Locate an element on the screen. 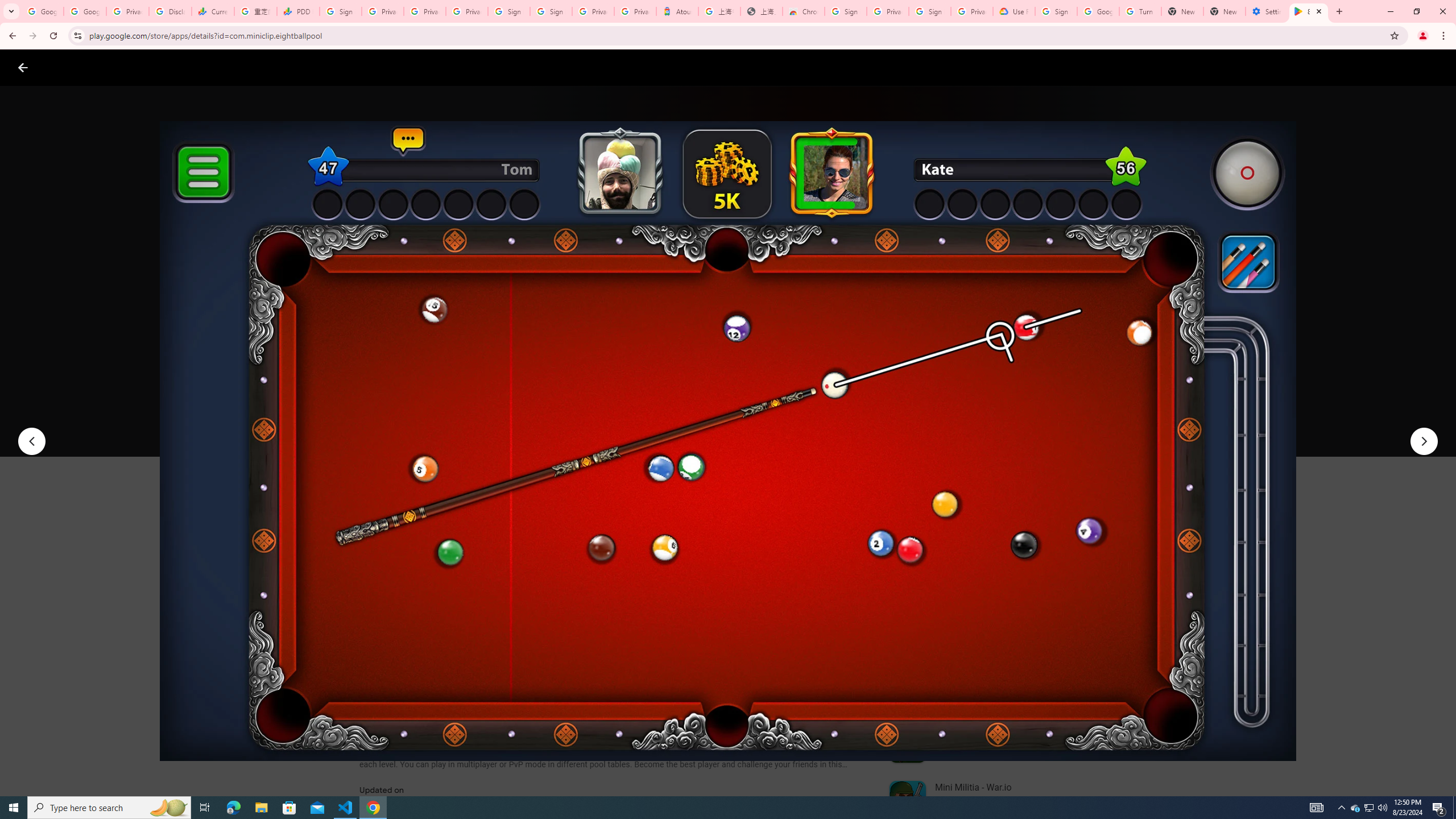 The height and width of the screenshot is (819, 1456). 'PDD Holdings Inc - ADR (PDD) Price & News - Google Finance' is located at coordinates (297, 11).